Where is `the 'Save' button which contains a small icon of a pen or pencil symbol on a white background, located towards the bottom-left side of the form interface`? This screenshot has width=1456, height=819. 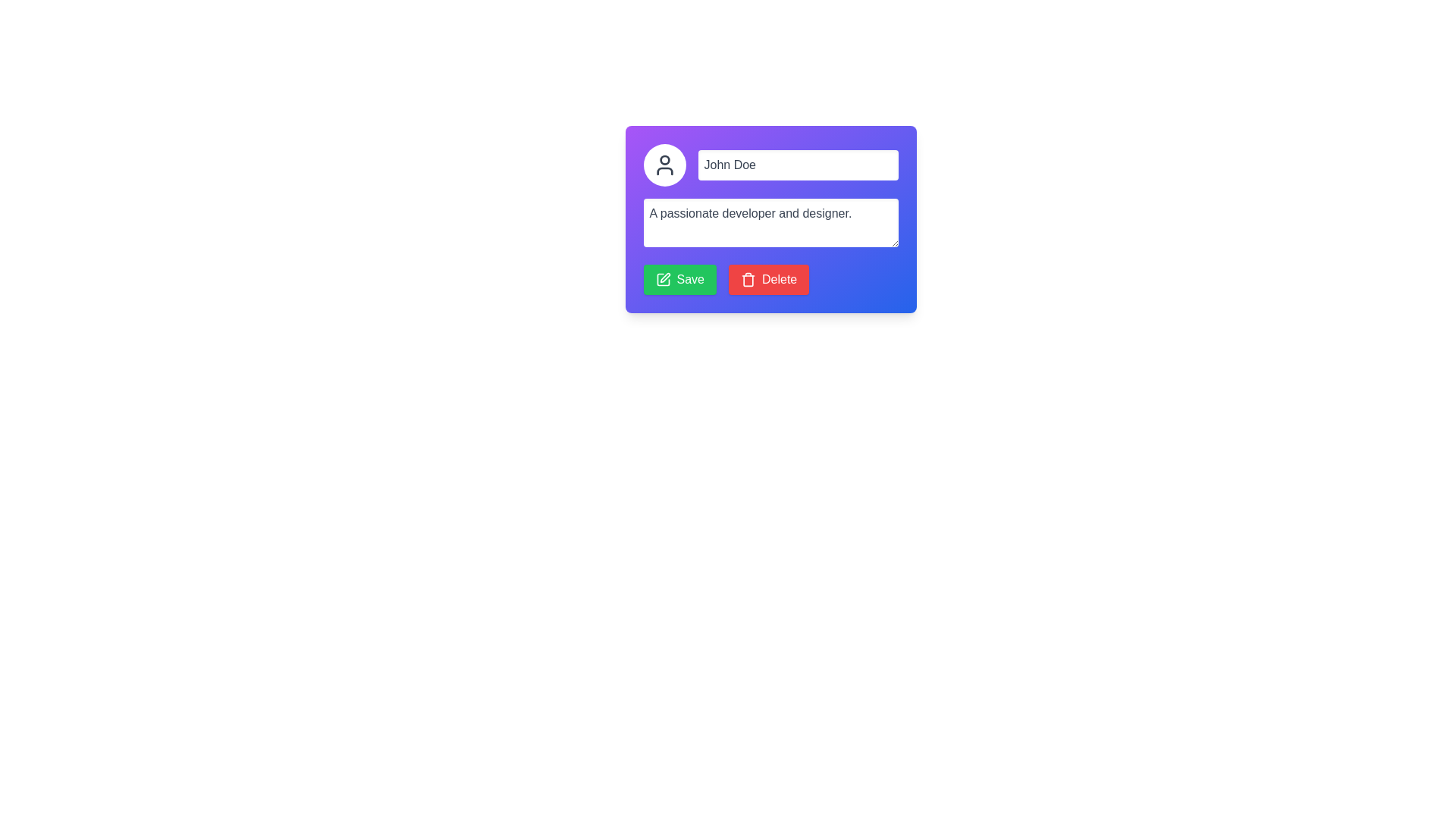 the 'Save' button which contains a small icon of a pen or pencil symbol on a white background, located towards the bottom-left side of the form interface is located at coordinates (663, 280).